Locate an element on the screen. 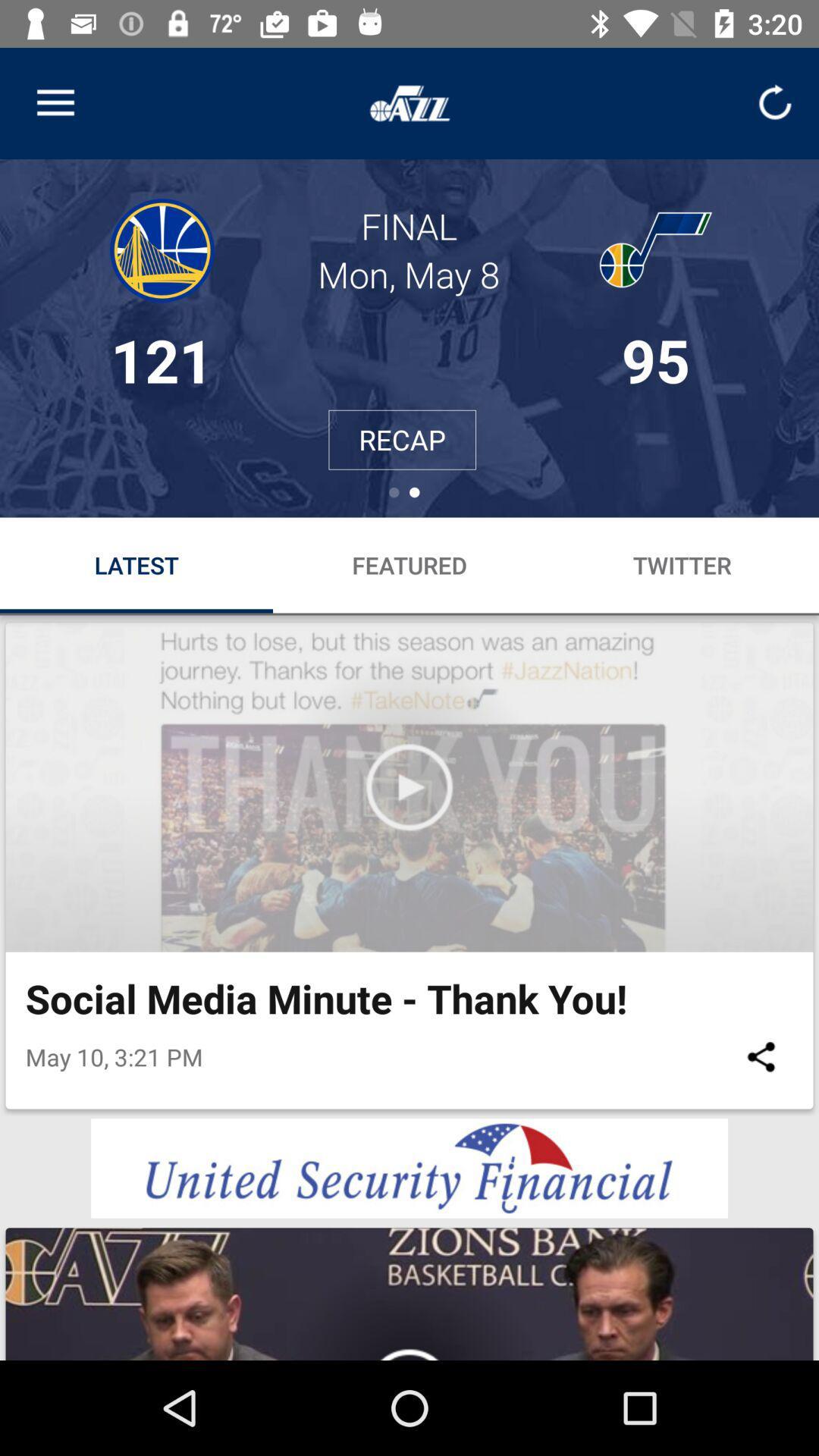 The height and width of the screenshot is (1456, 819). website name right side to menu icon is located at coordinates (409, 102).